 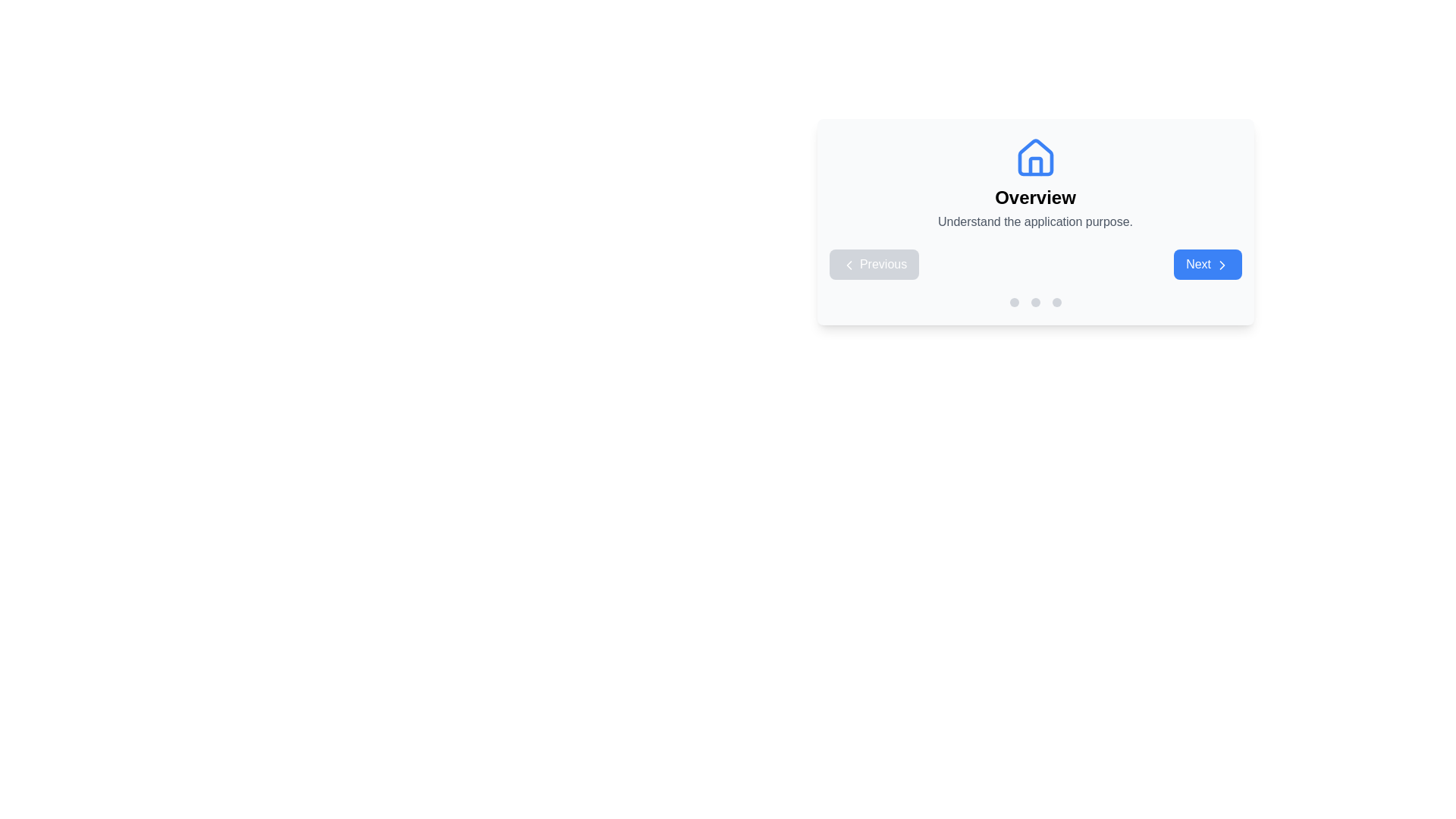 What do you see at coordinates (1056, 302) in the screenshot?
I see `the third circular indicator for steps or progress, which has a gray background and rounded borders, positioned on the right side among a group of three similar indicators` at bounding box center [1056, 302].